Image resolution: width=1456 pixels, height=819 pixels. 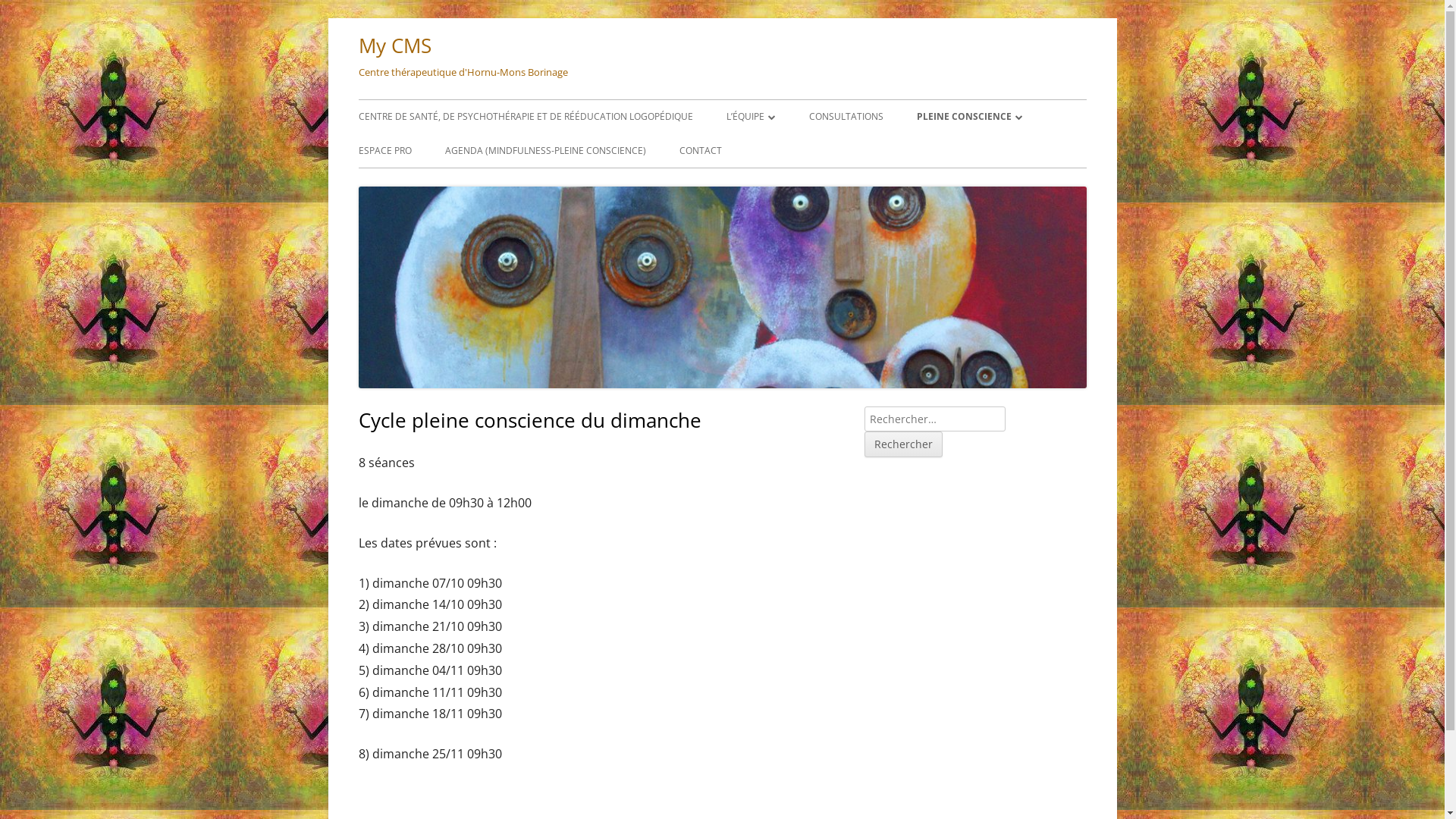 I want to click on 'PLEINE CONSCIENCE', so click(x=968, y=116).